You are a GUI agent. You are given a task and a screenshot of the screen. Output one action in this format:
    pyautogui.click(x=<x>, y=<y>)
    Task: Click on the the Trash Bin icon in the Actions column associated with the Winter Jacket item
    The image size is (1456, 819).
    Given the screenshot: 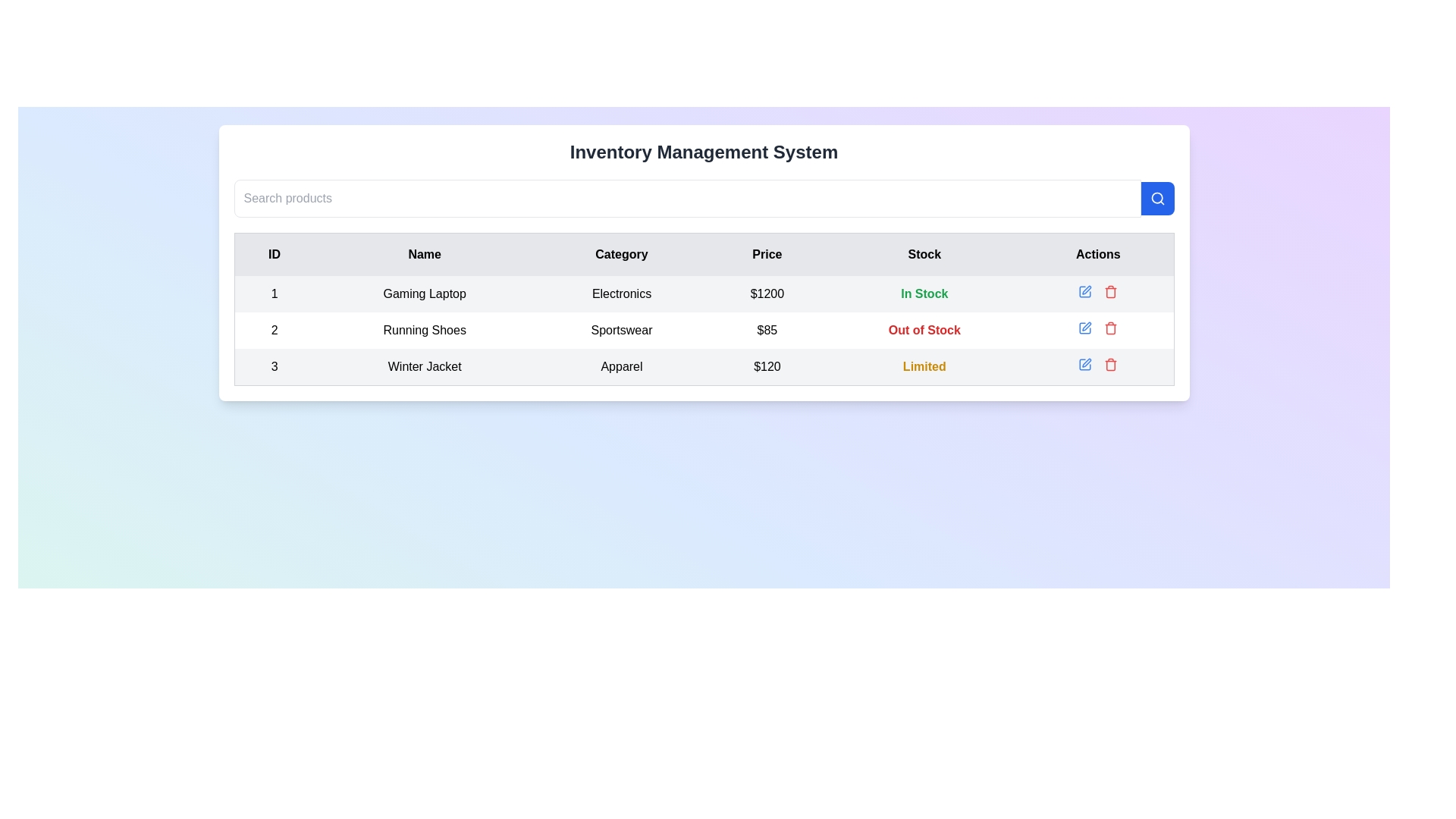 What is the action you would take?
    pyautogui.click(x=1111, y=366)
    